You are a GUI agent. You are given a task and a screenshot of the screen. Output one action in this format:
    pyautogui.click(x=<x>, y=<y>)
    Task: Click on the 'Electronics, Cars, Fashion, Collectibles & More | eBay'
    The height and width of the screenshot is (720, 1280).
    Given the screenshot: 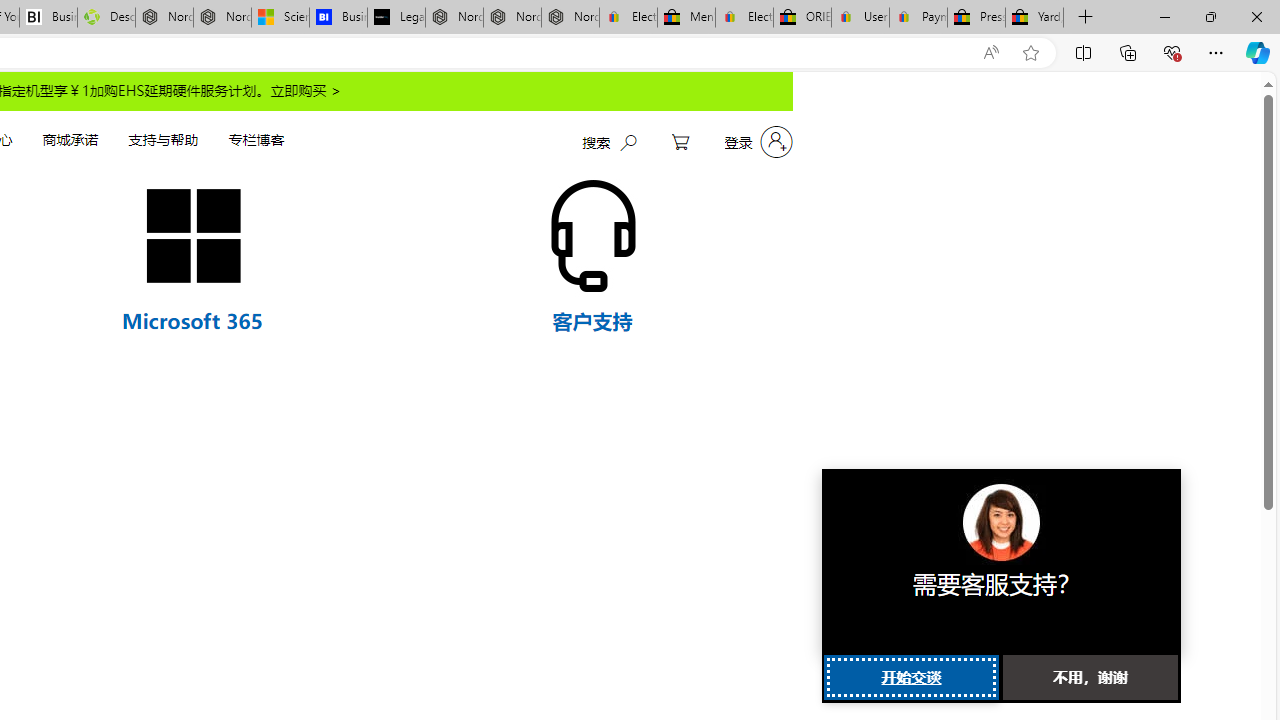 What is the action you would take?
    pyautogui.click(x=743, y=17)
    